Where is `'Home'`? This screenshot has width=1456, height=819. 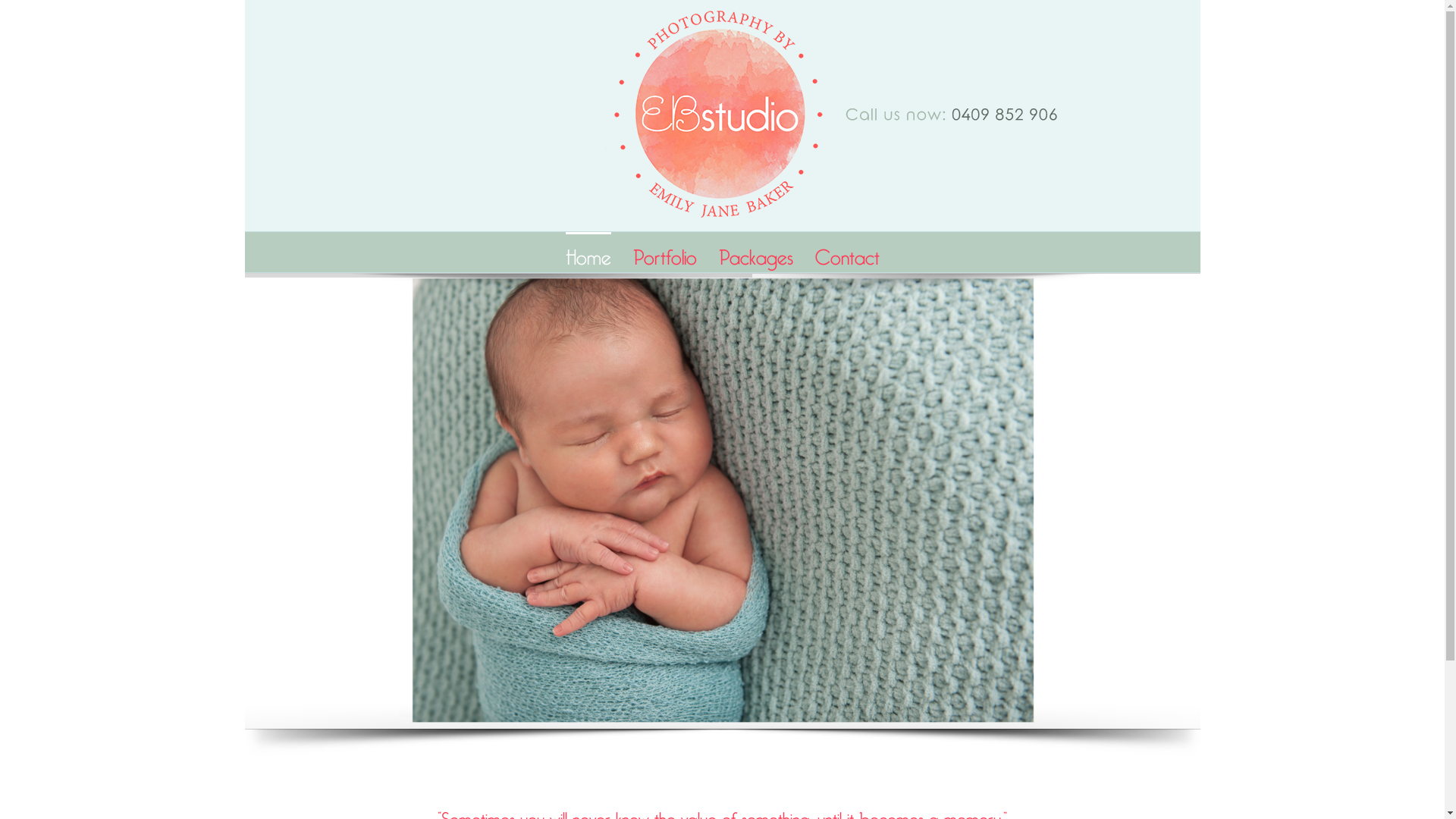
'Home' is located at coordinates (588, 251).